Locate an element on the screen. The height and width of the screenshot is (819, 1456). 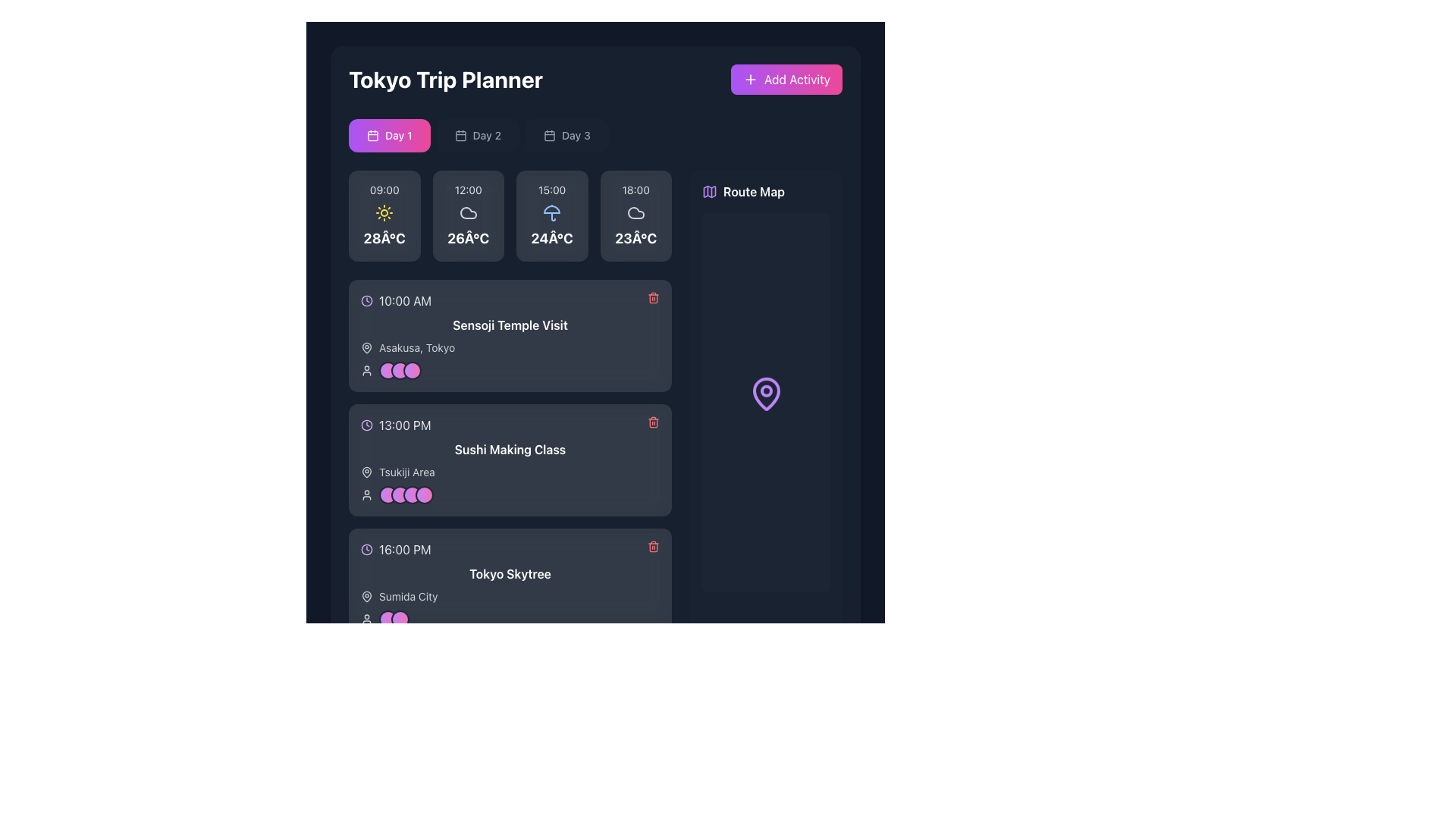
the informational weather card displaying data for 15:00, located in the third position of a grid of four horizontally arranged elements is located at coordinates (510, 216).